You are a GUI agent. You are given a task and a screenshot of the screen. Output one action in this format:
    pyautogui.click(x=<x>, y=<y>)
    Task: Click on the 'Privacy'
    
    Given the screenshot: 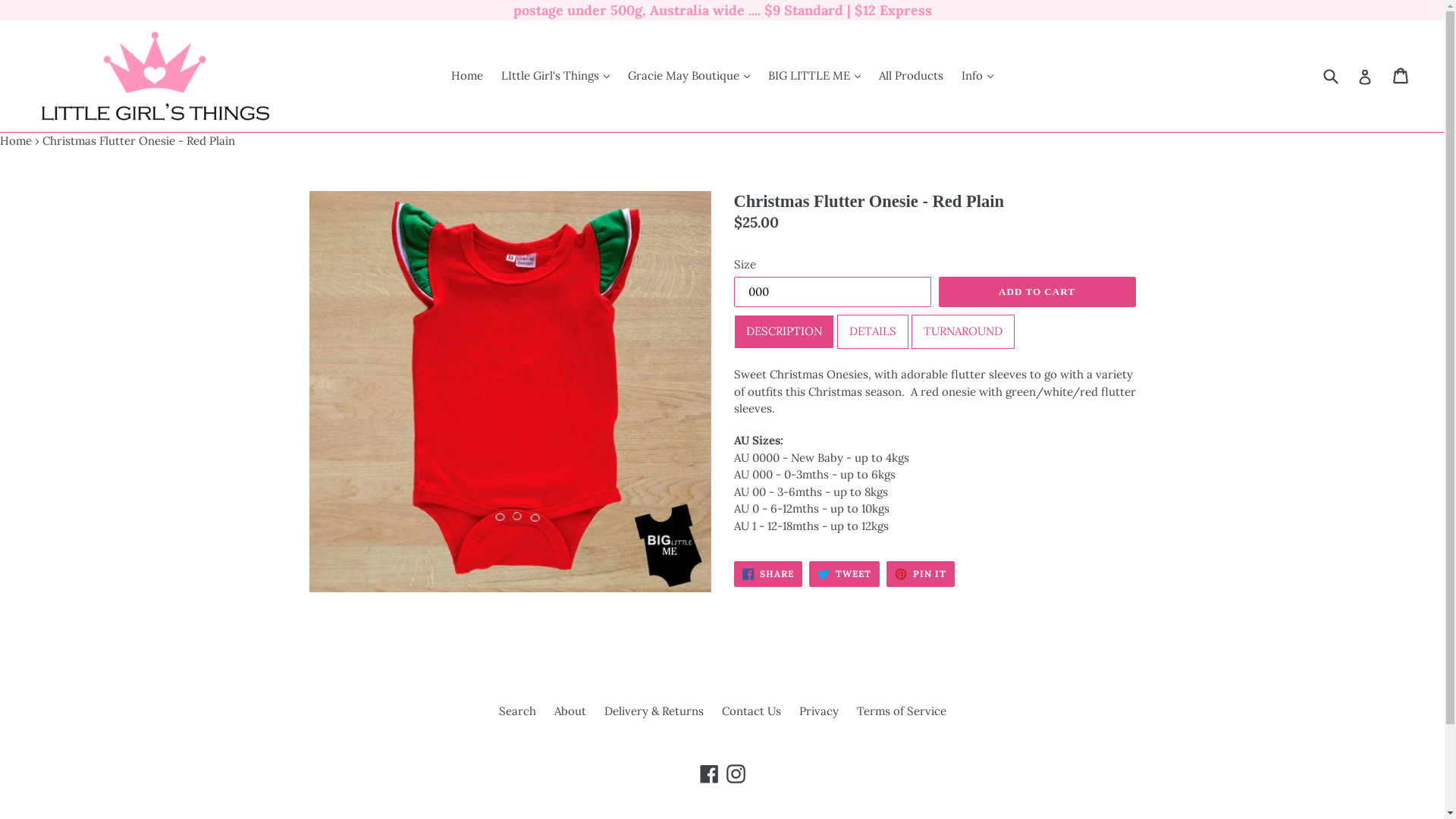 What is the action you would take?
    pyautogui.click(x=799, y=711)
    